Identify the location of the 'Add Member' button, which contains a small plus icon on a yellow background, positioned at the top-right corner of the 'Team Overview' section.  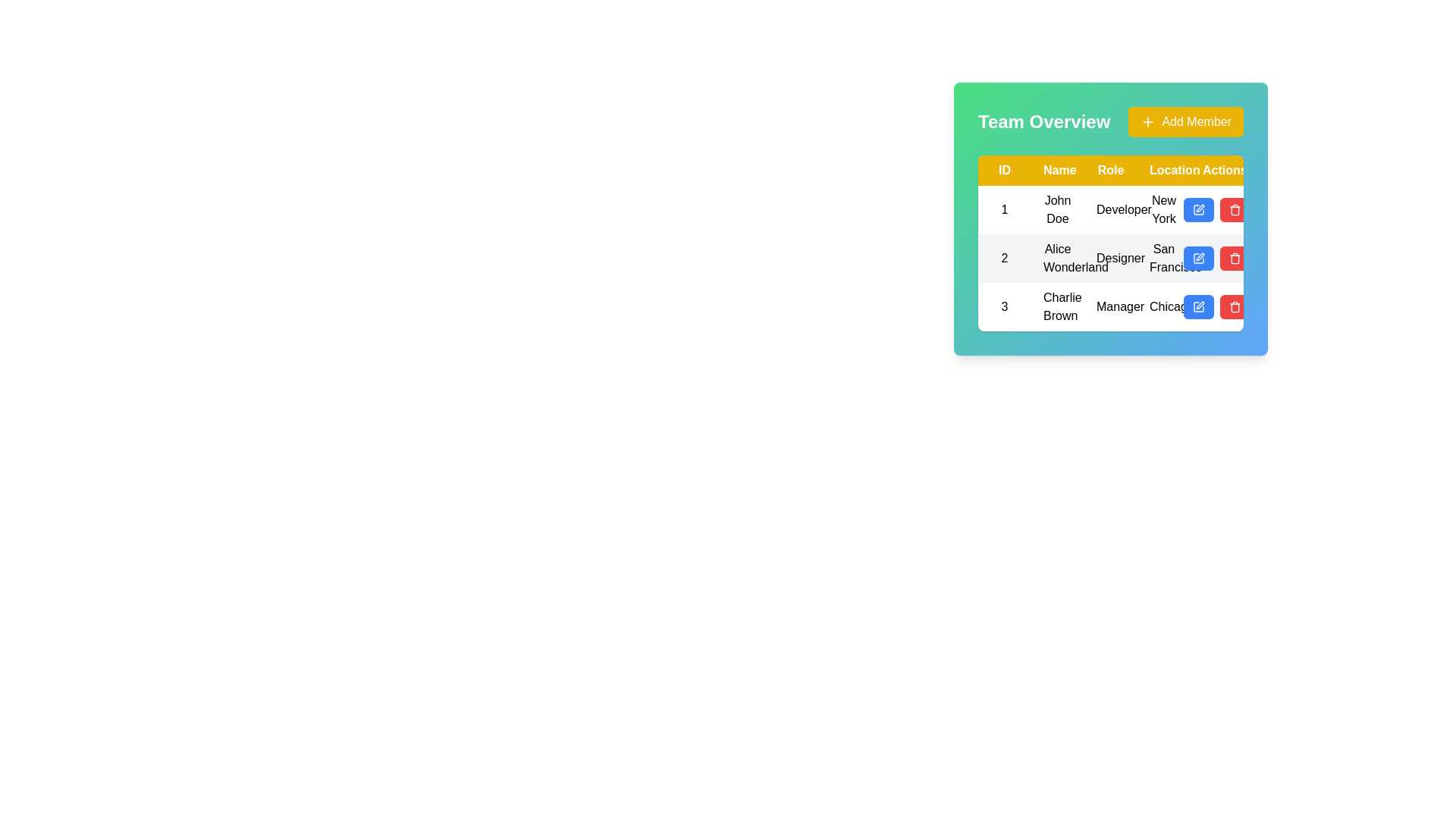
(1148, 121).